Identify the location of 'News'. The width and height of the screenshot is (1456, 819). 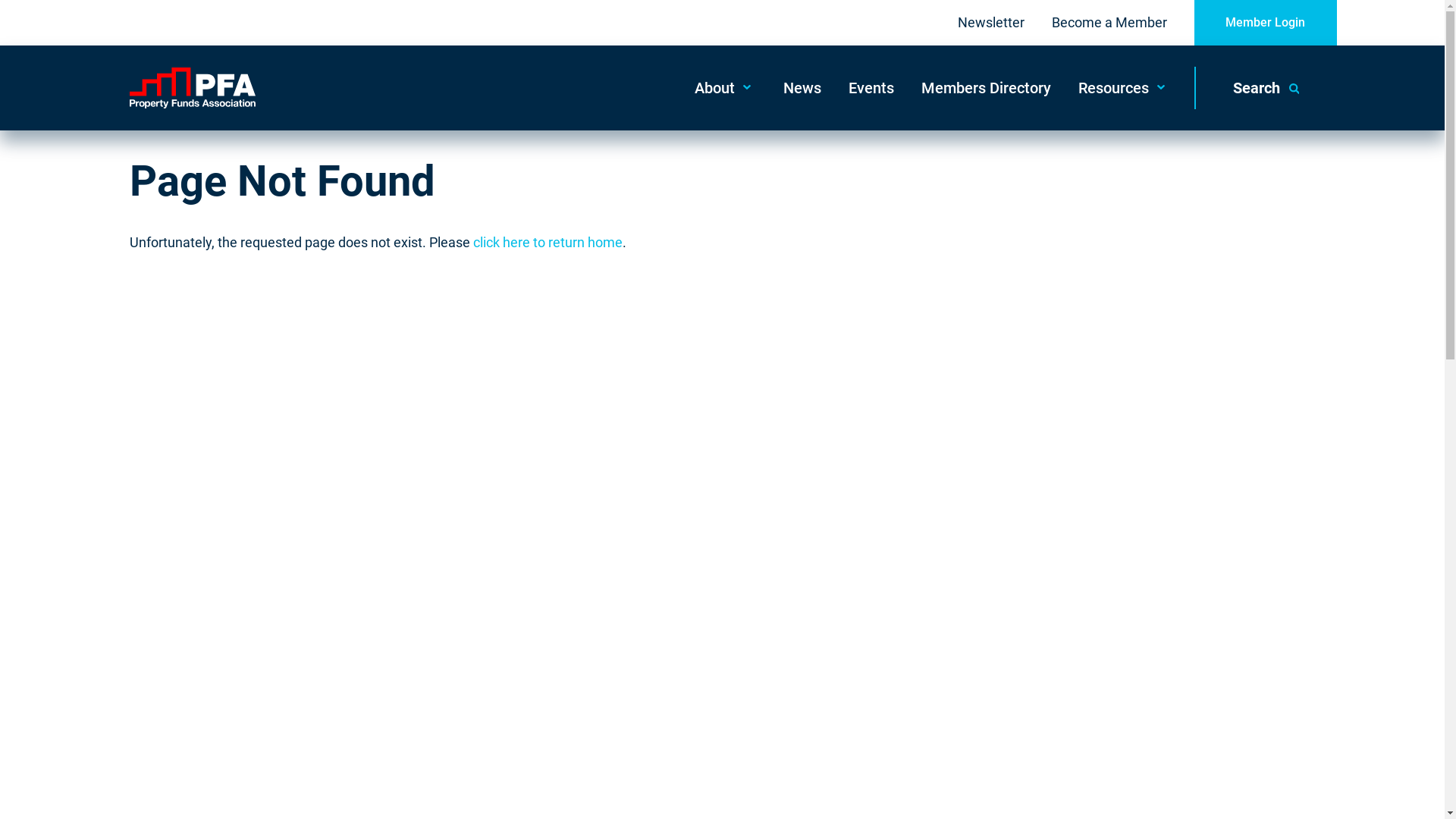
(800, 87).